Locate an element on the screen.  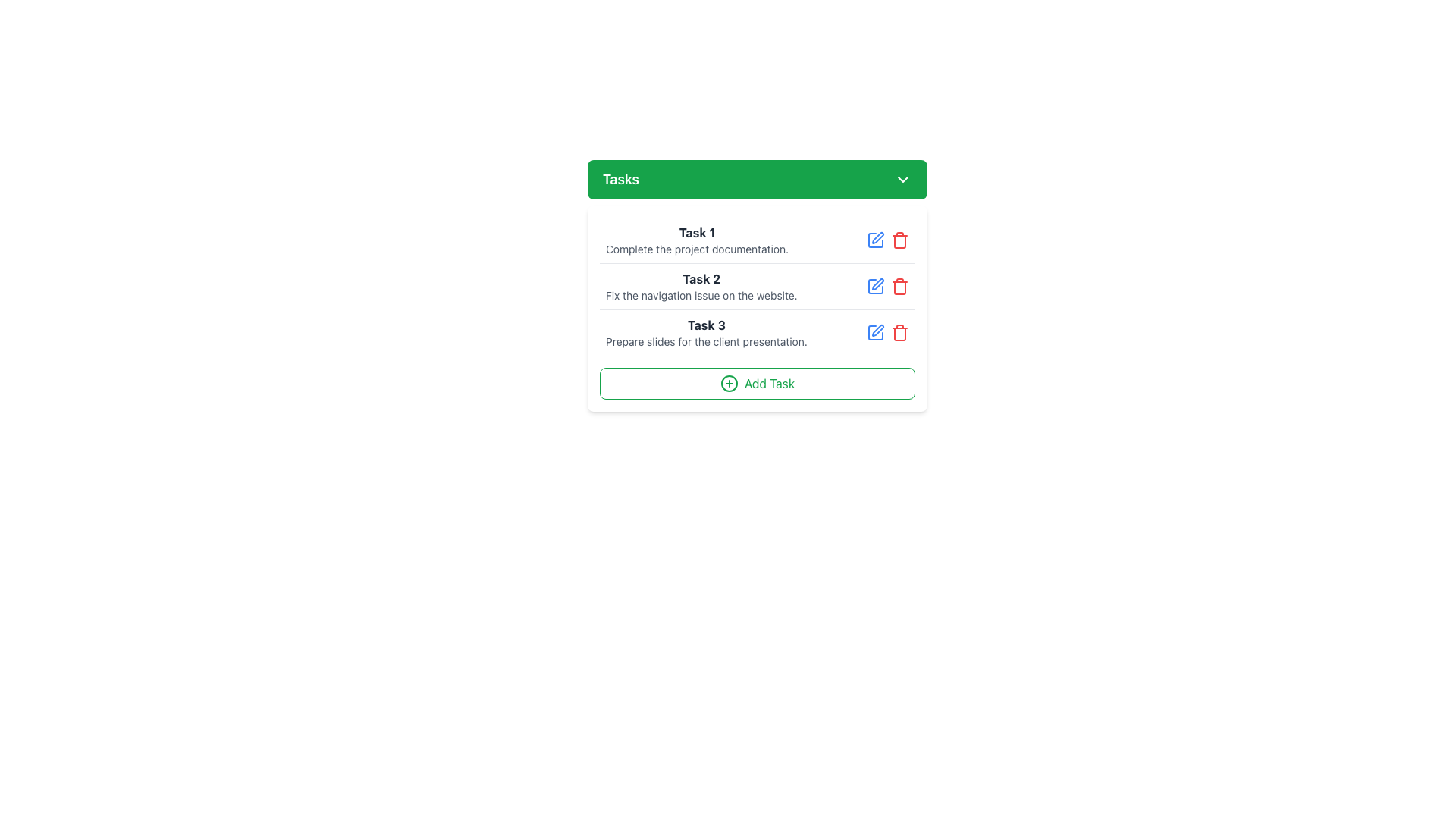
the drop-down icon located on the right side of the green 'Tasks' header is located at coordinates (902, 178).